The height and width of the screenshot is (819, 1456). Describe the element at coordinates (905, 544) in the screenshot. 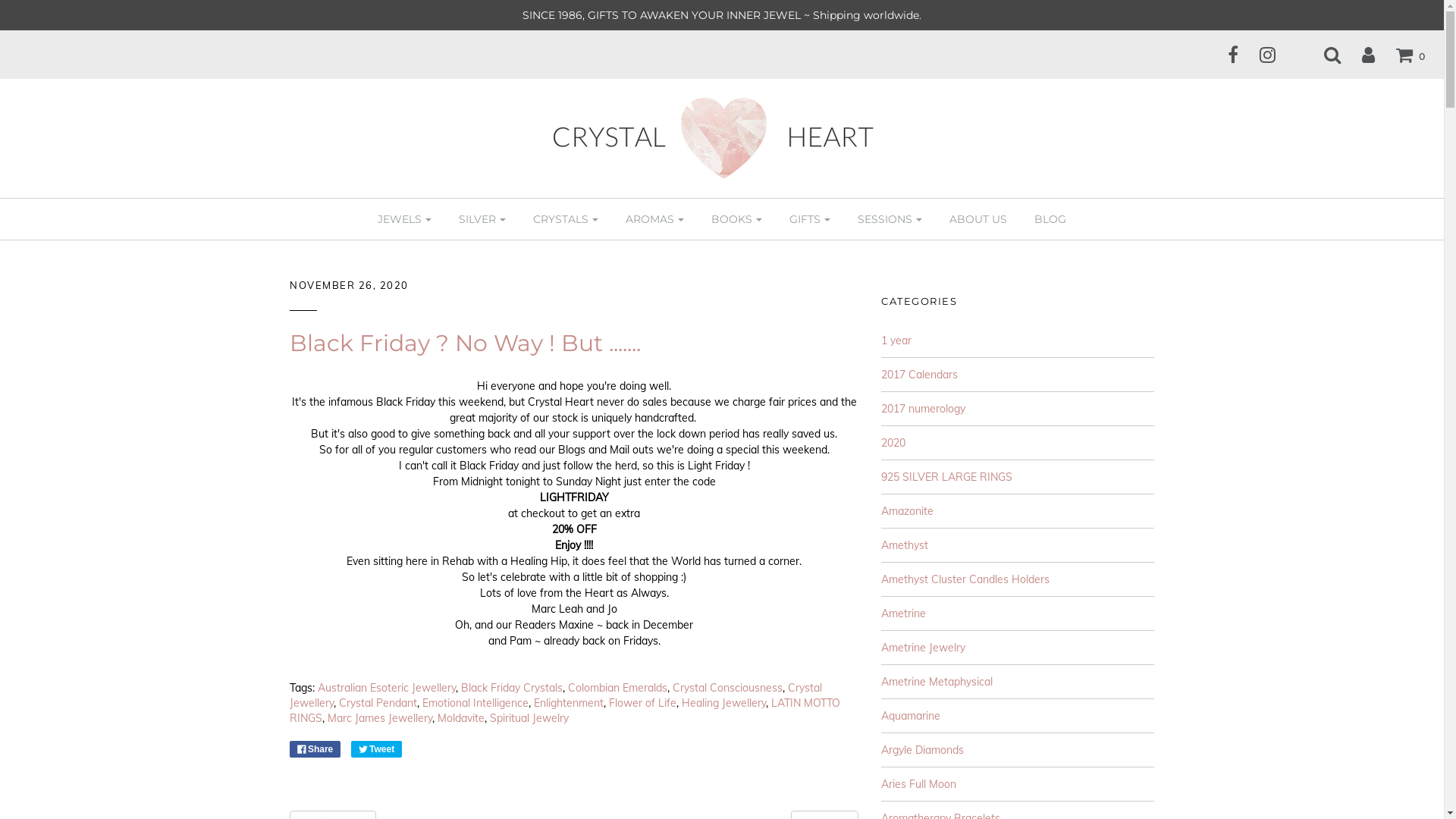

I see `'Amethyst'` at that location.